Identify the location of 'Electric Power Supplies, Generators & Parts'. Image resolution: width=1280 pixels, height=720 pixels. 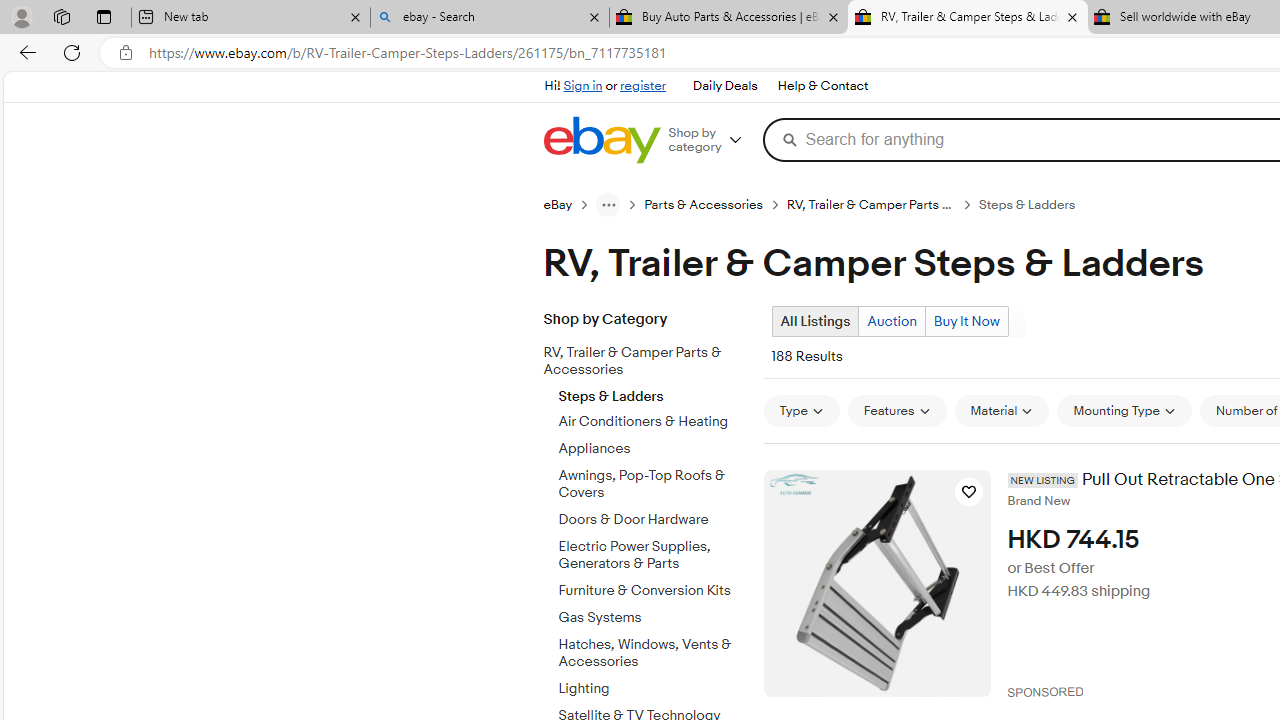
(653, 551).